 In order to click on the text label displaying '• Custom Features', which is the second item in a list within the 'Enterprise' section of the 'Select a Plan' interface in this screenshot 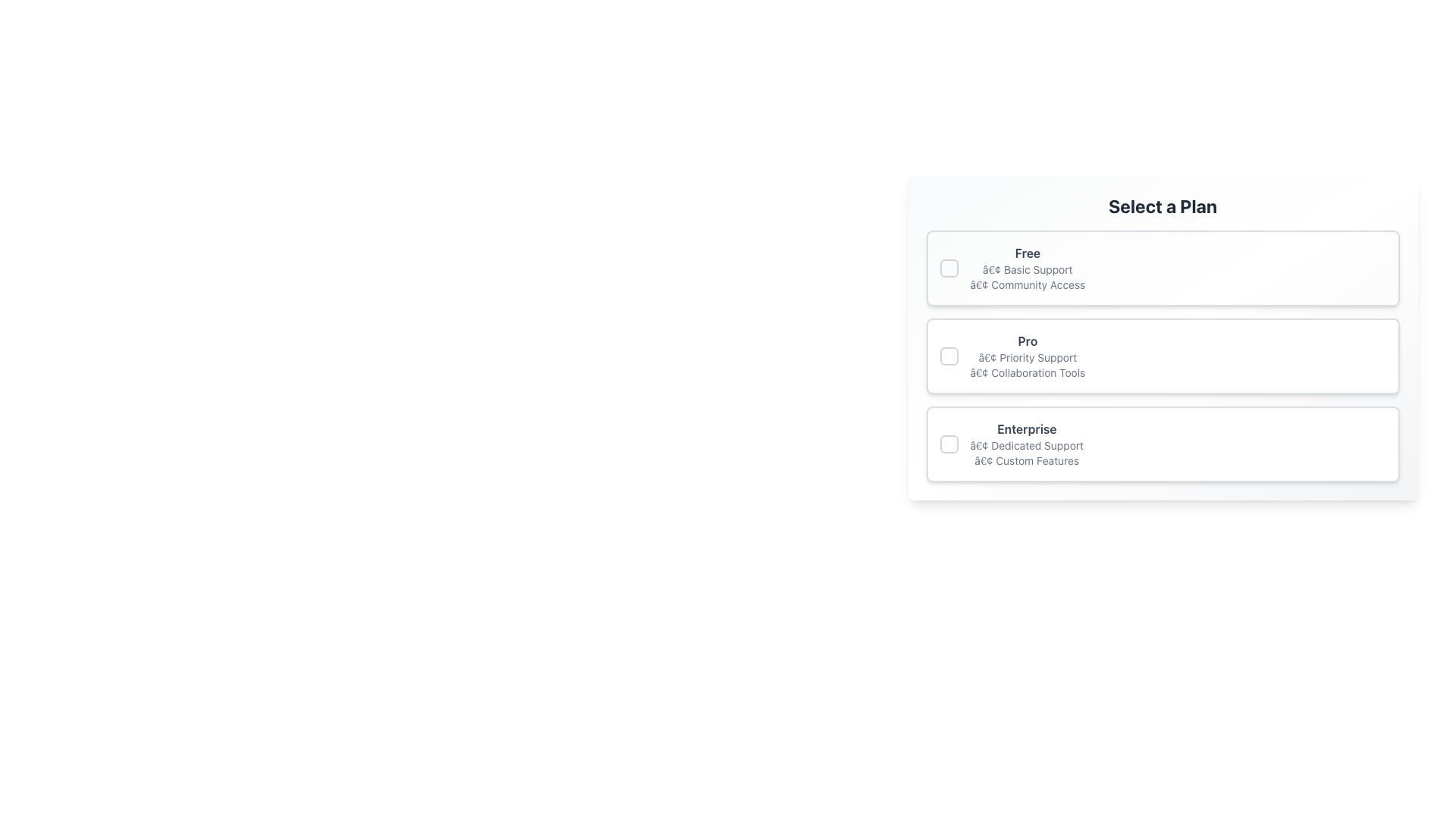, I will do `click(1027, 460)`.